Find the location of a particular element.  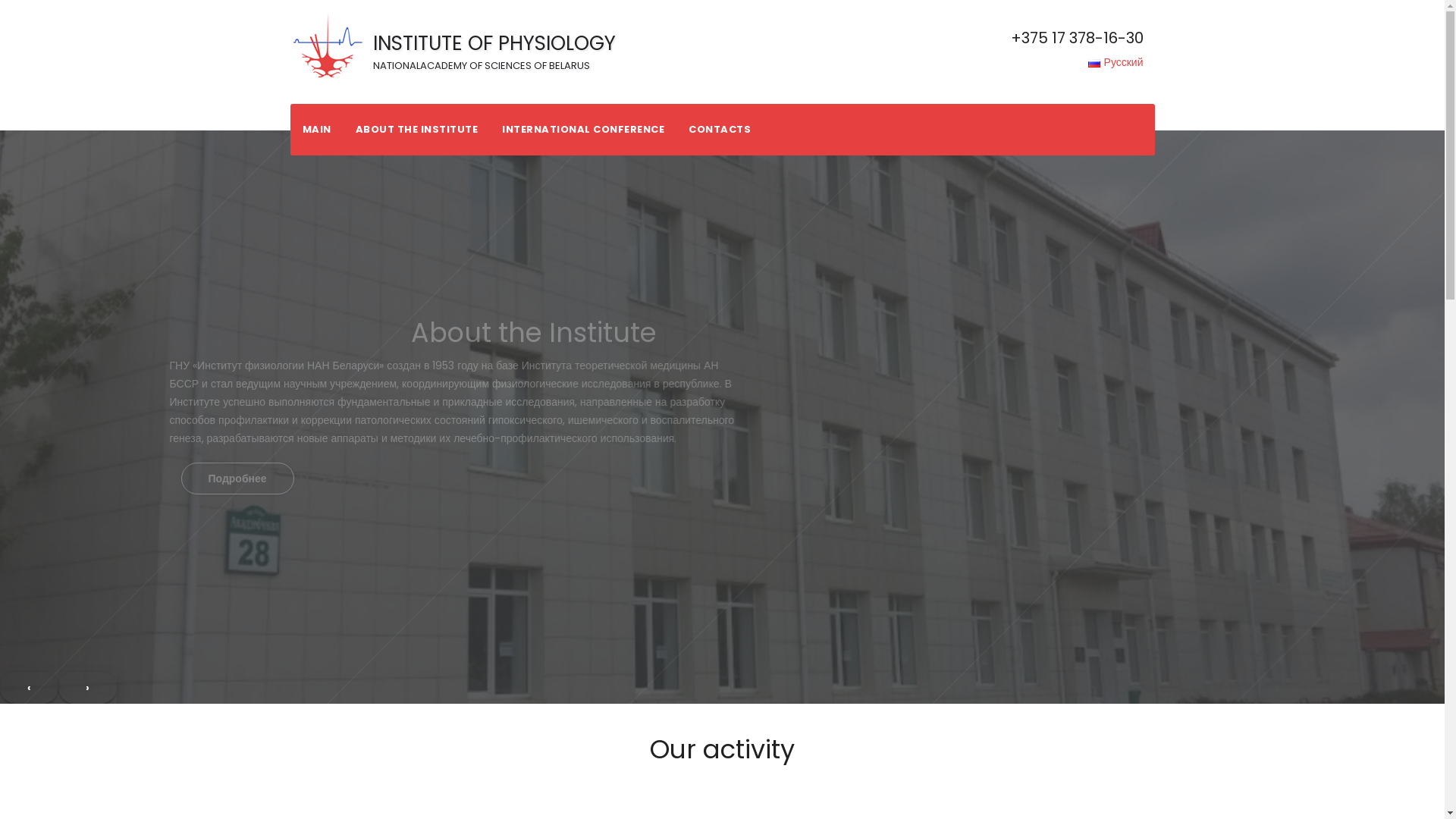

'MAIN' is located at coordinates (315, 128).